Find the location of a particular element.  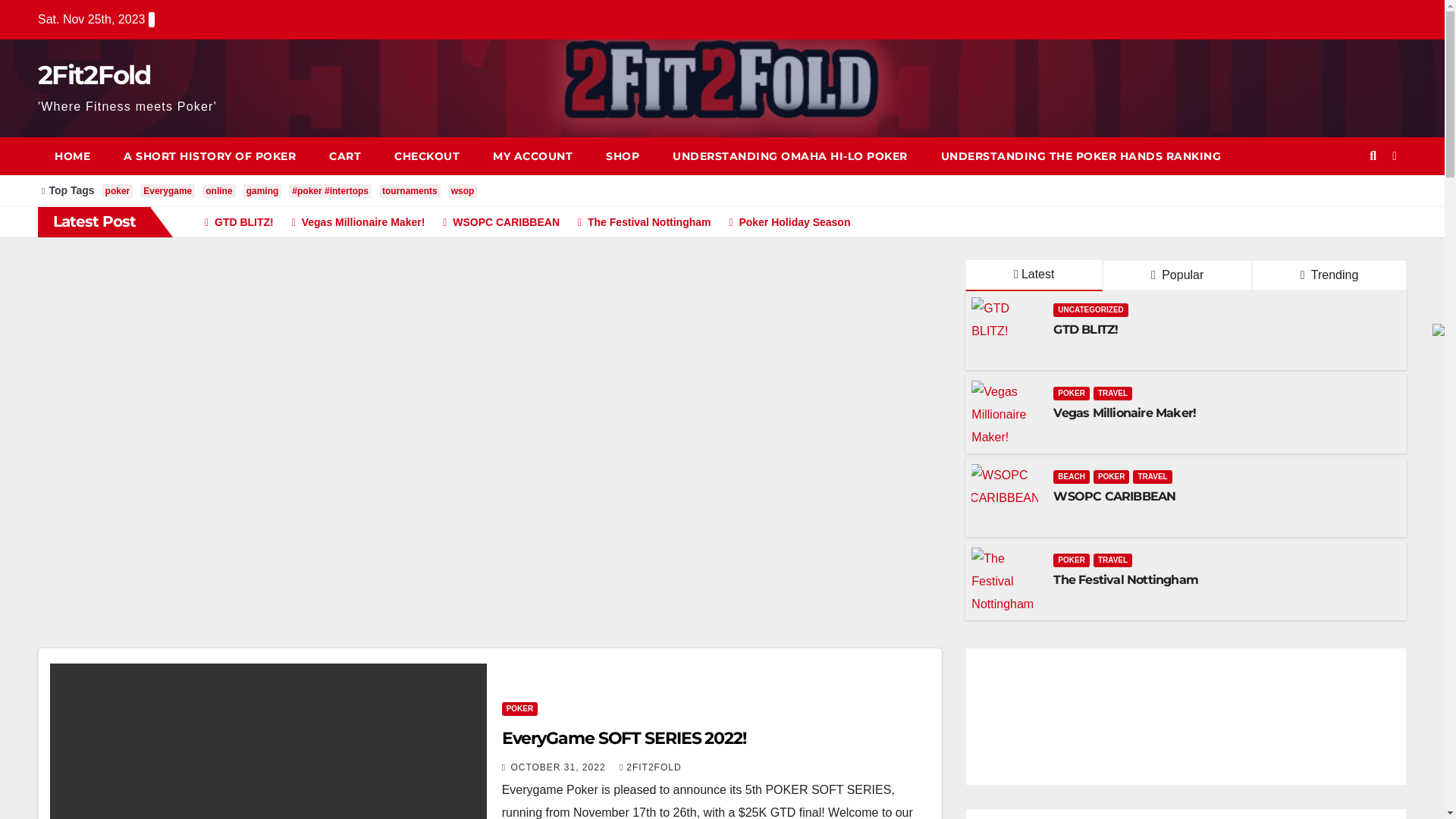

'MY ACCOUNT' is located at coordinates (532, 155).